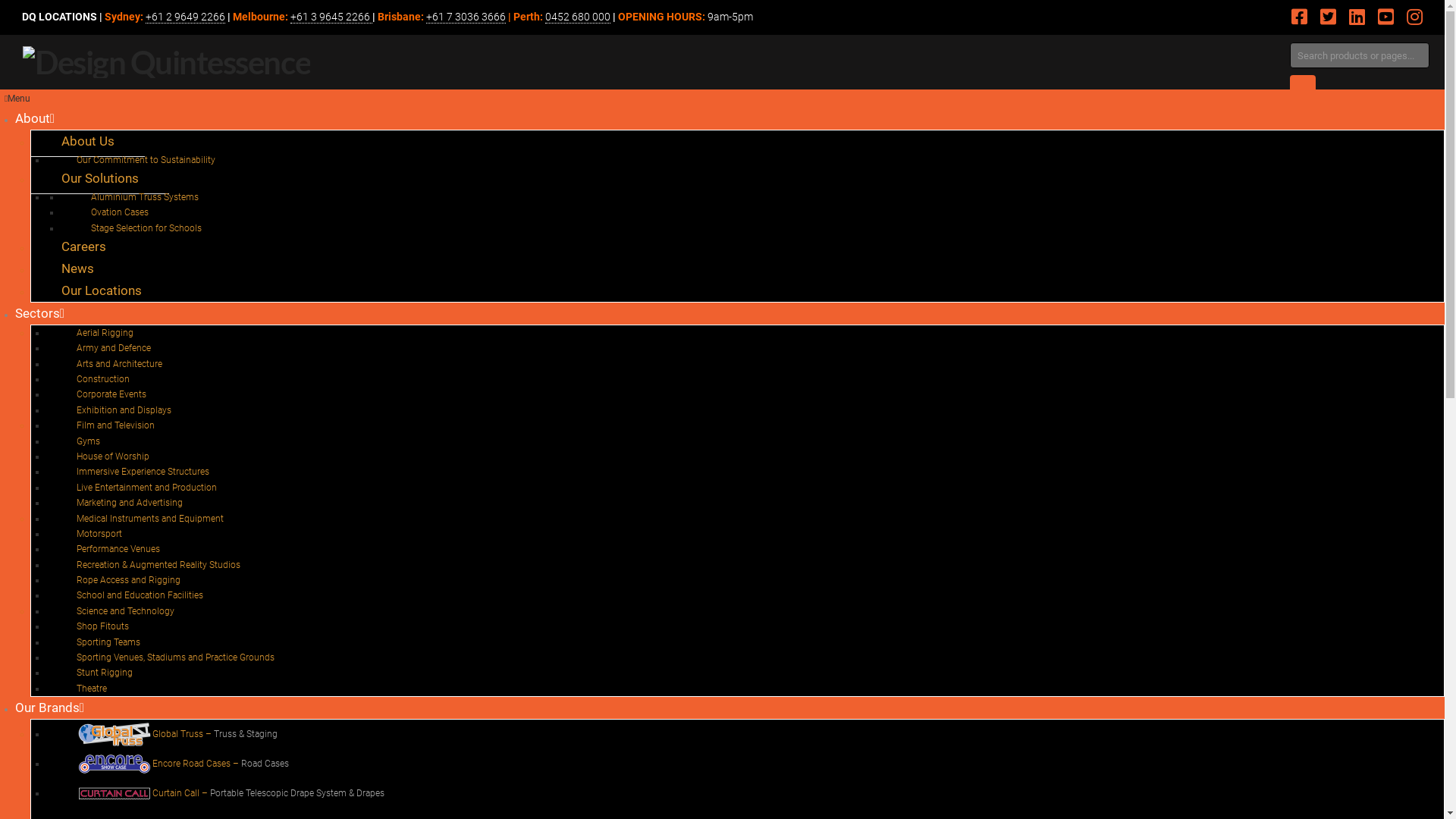 The image size is (1456, 819). Describe the element at coordinates (124, 409) in the screenshot. I see `'Exhibition and Displays'` at that location.